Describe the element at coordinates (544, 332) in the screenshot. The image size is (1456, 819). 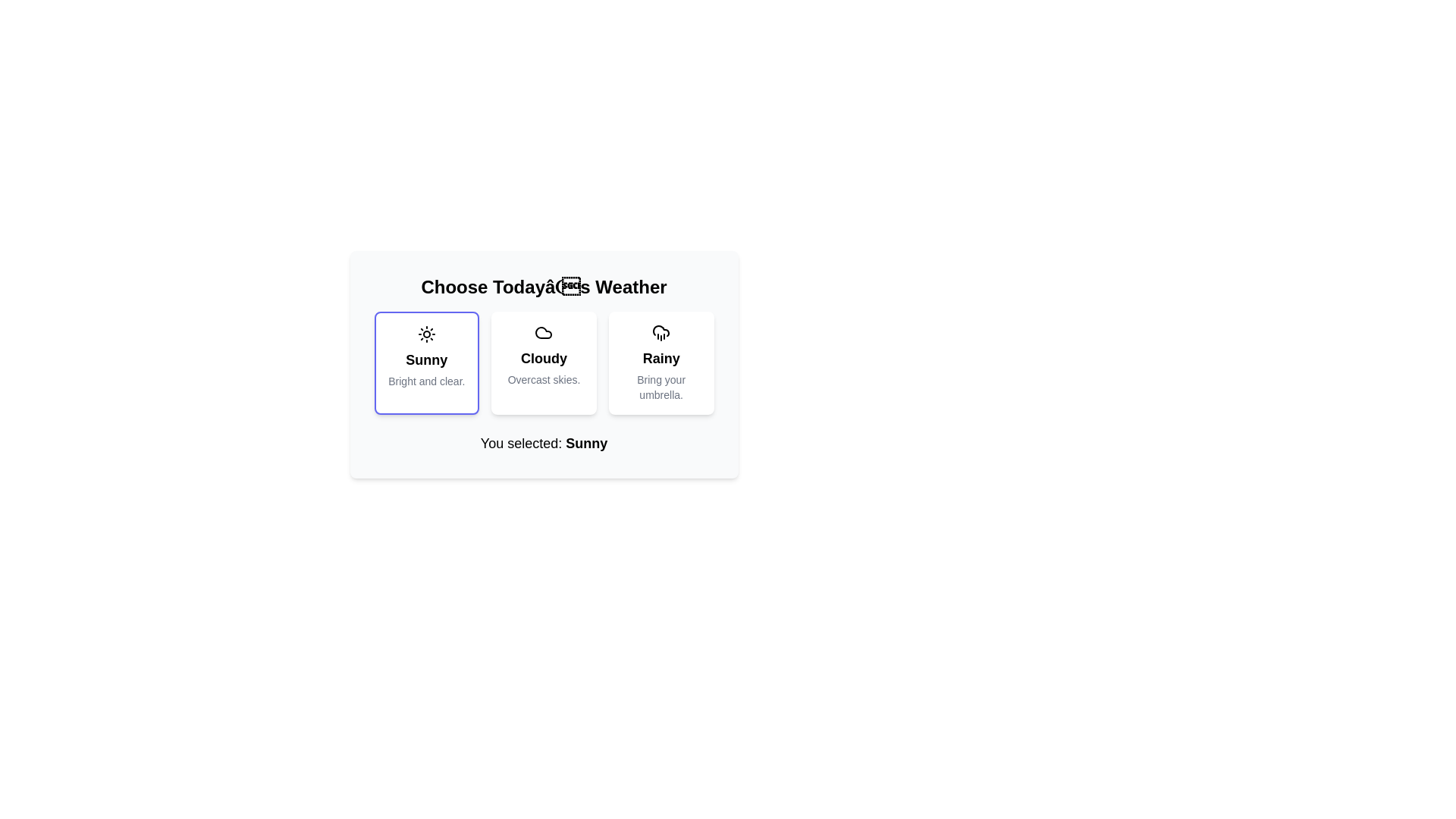
I see `the decorative icon representing 'Cloudy' weather condition located at the top of the 'Cloudy' card in the weather selection menu` at that location.